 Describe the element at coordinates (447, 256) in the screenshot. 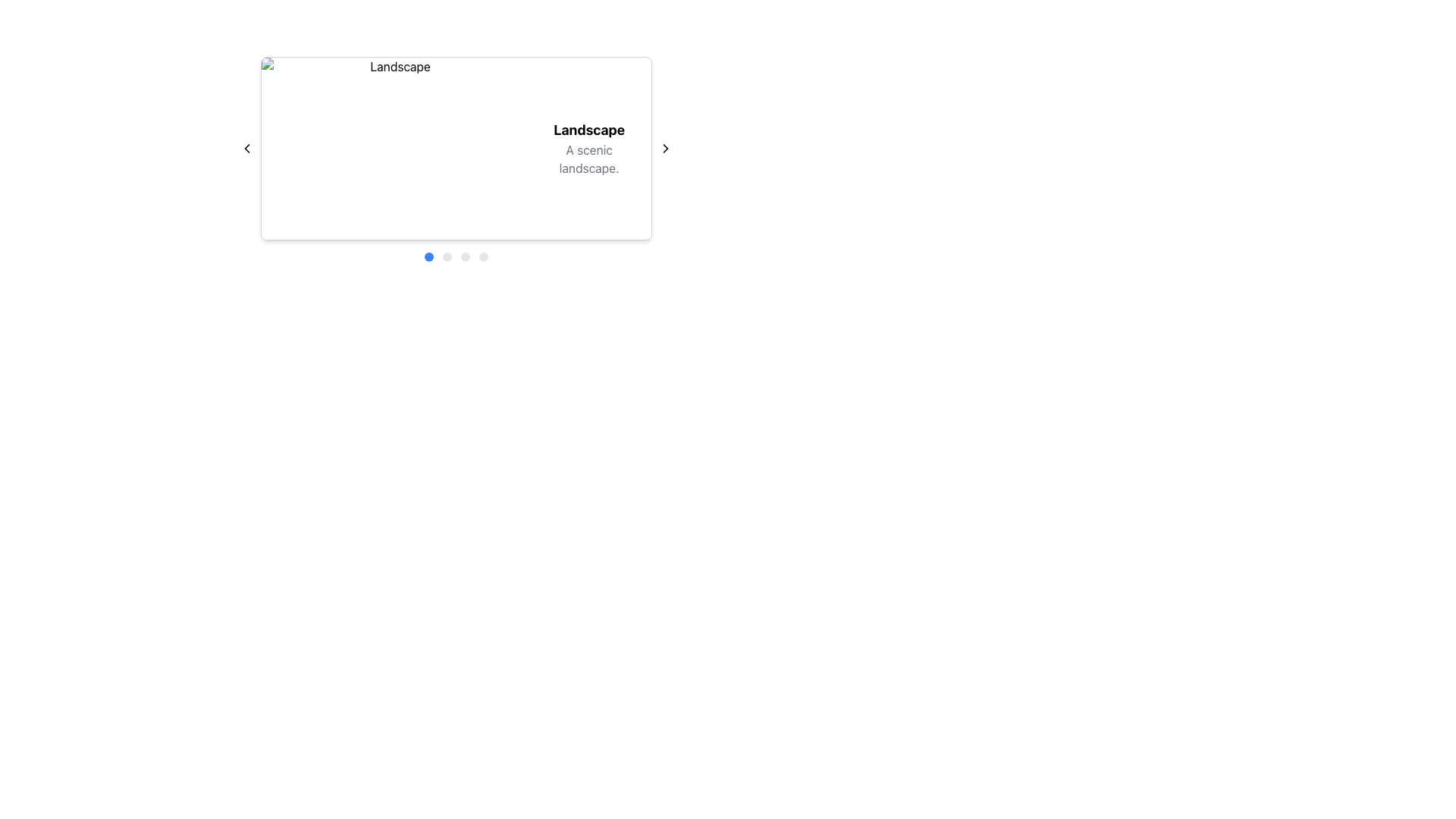

I see `the gray circular indicator dot, which is the second in a series of four dots located below a content card` at that location.